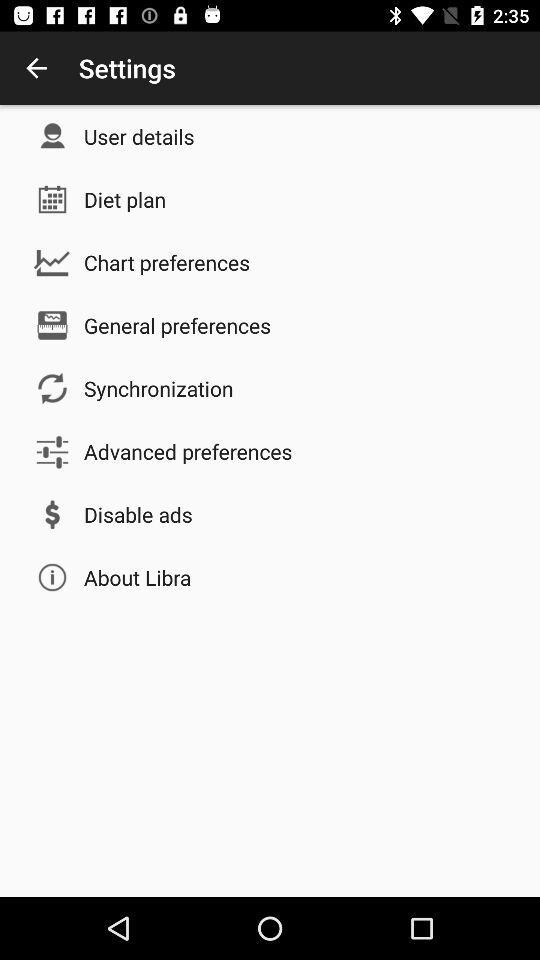 This screenshot has height=960, width=540. Describe the element at coordinates (166, 261) in the screenshot. I see `chart preferences` at that location.